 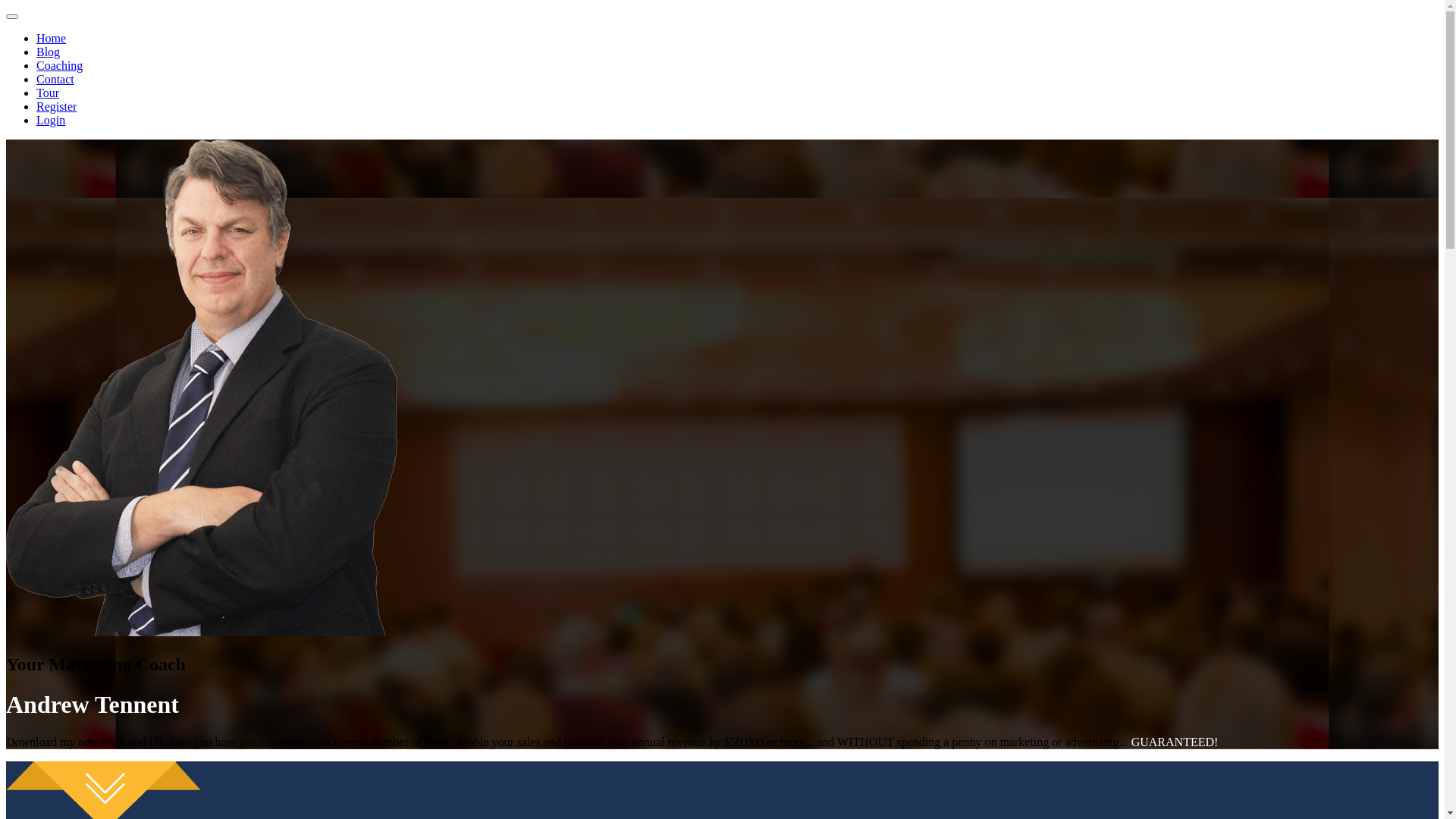 I want to click on 'Register', so click(x=56, y=105).